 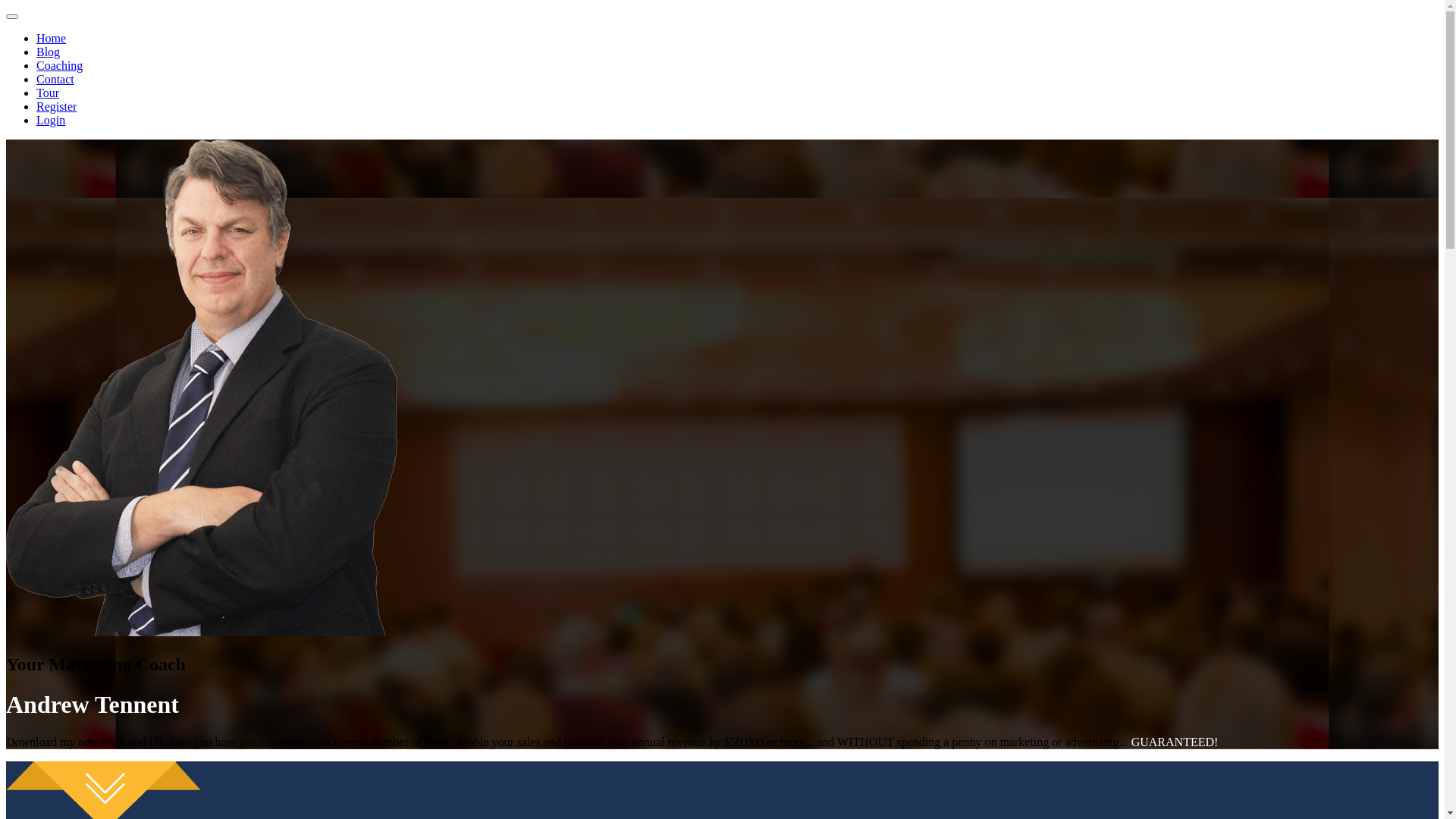 I want to click on 'Register', so click(x=56, y=105).